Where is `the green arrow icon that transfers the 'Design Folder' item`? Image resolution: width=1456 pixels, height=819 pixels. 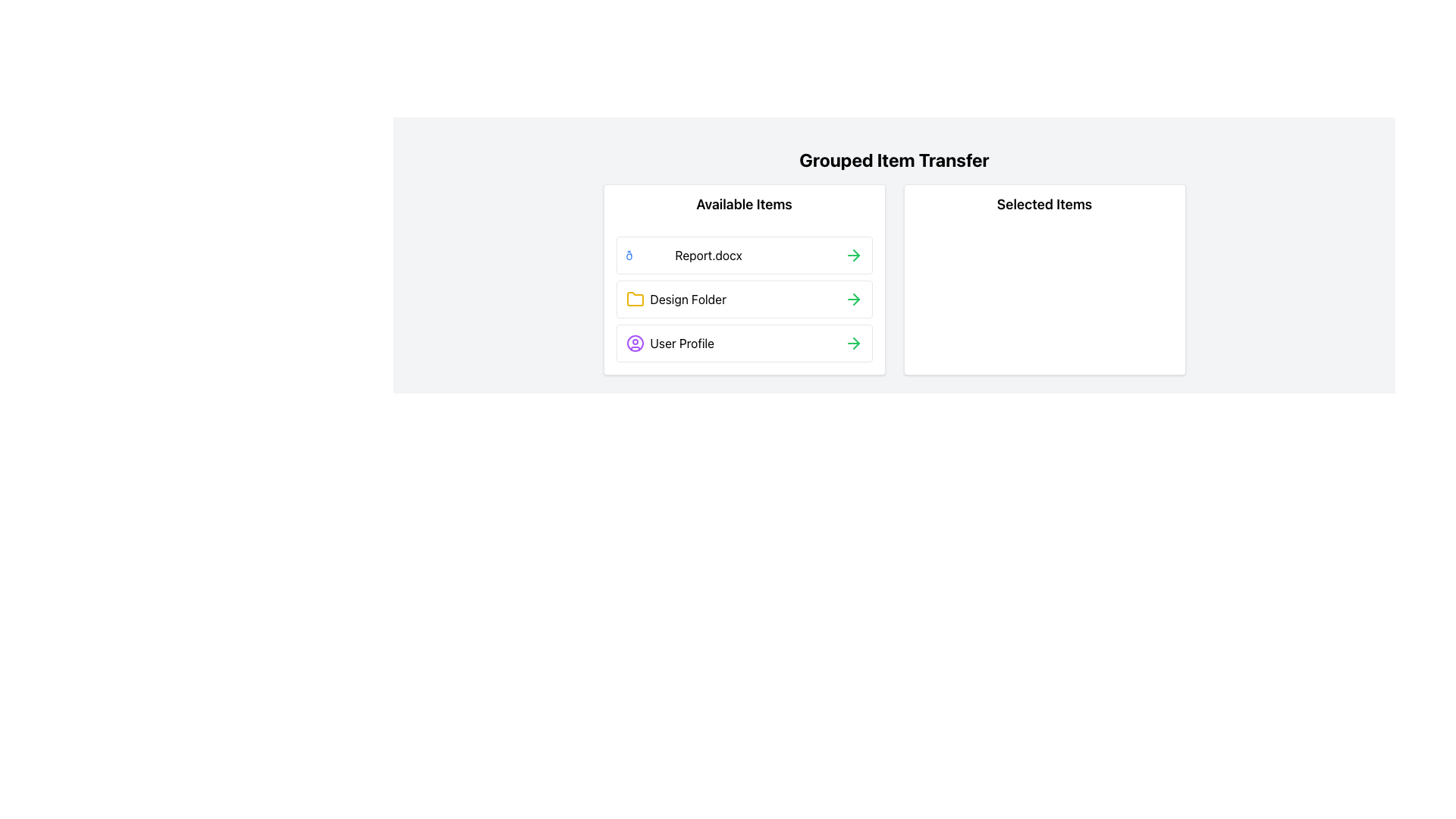
the green arrow icon that transfers the 'Design Folder' item is located at coordinates (853, 299).